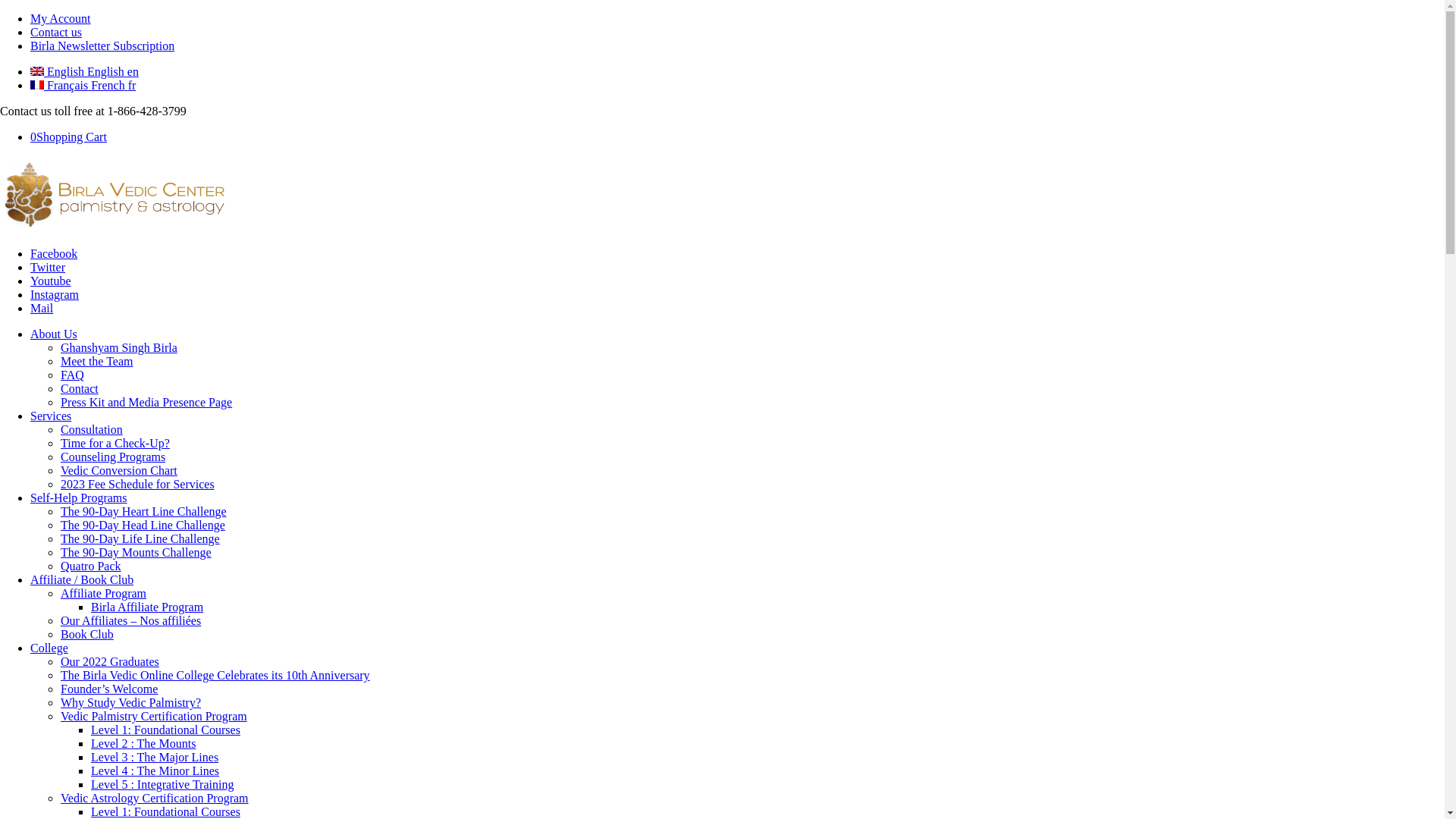 This screenshot has width=1456, height=819. What do you see at coordinates (140, 538) in the screenshot?
I see `'The 90-Day Life Line Challenge'` at bounding box center [140, 538].